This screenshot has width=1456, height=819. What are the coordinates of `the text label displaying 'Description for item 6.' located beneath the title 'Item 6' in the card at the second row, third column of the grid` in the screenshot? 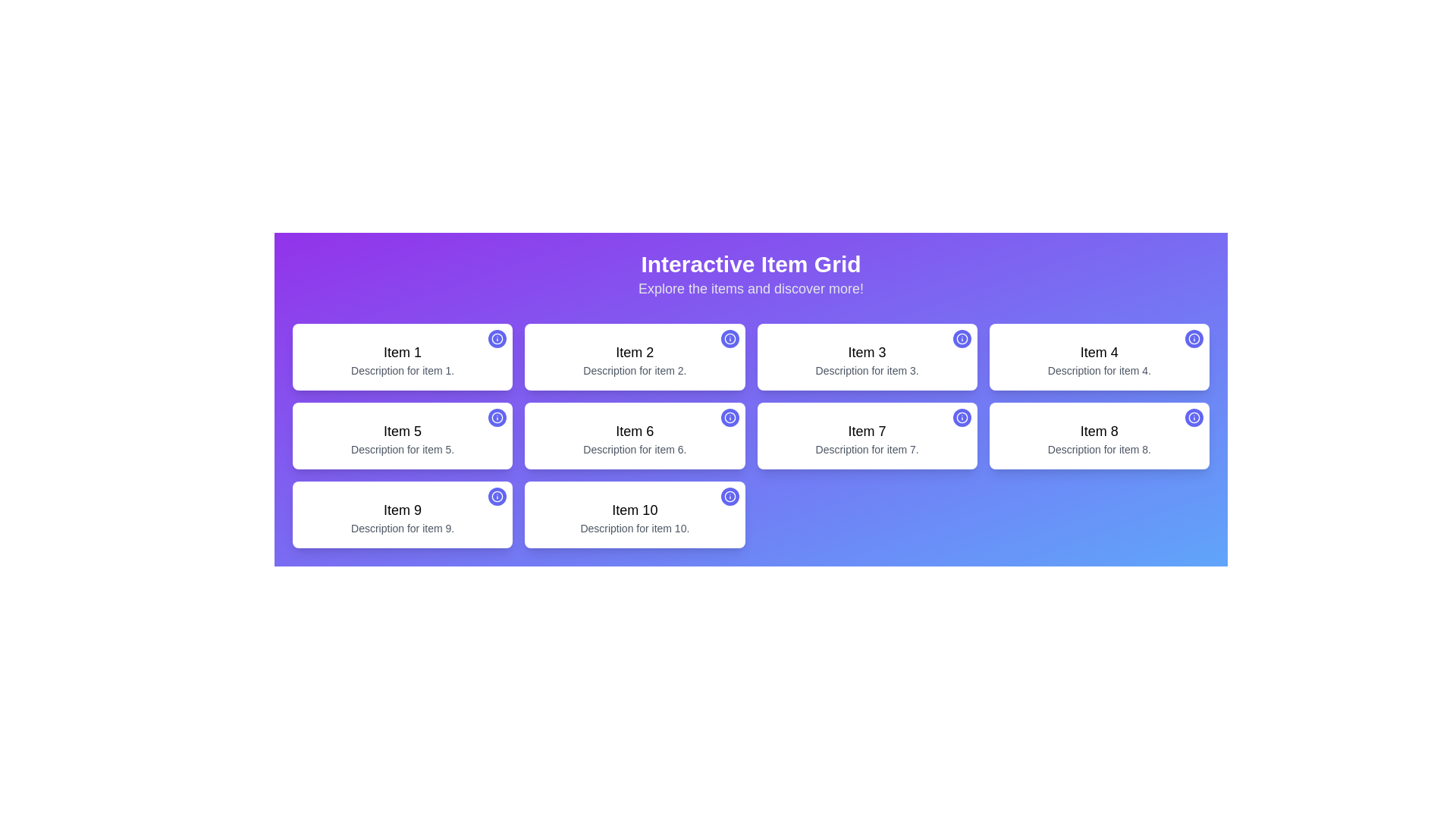 It's located at (635, 449).